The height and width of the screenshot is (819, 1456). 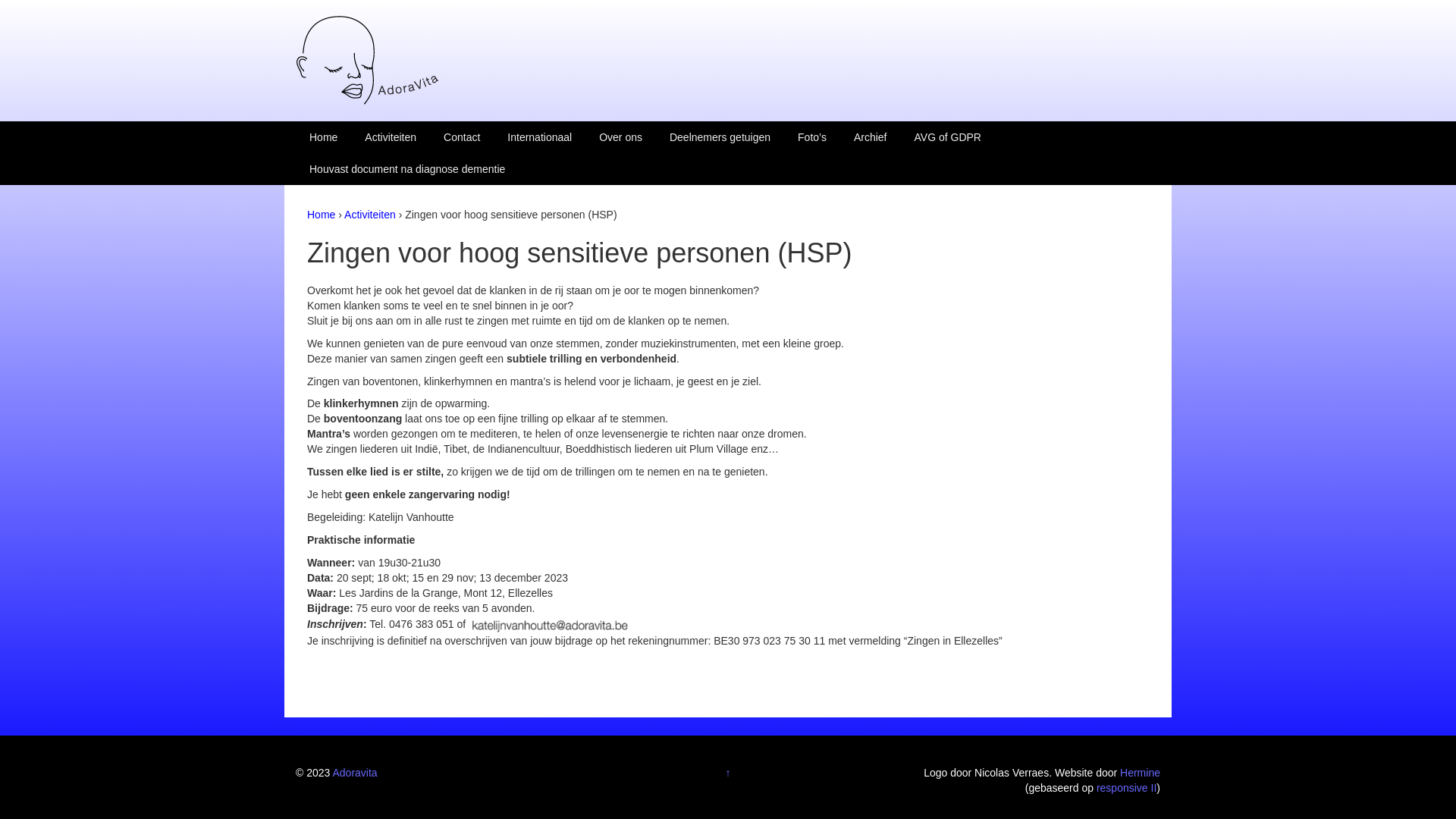 I want to click on 'Skip to content', so click(x=35, y=8).